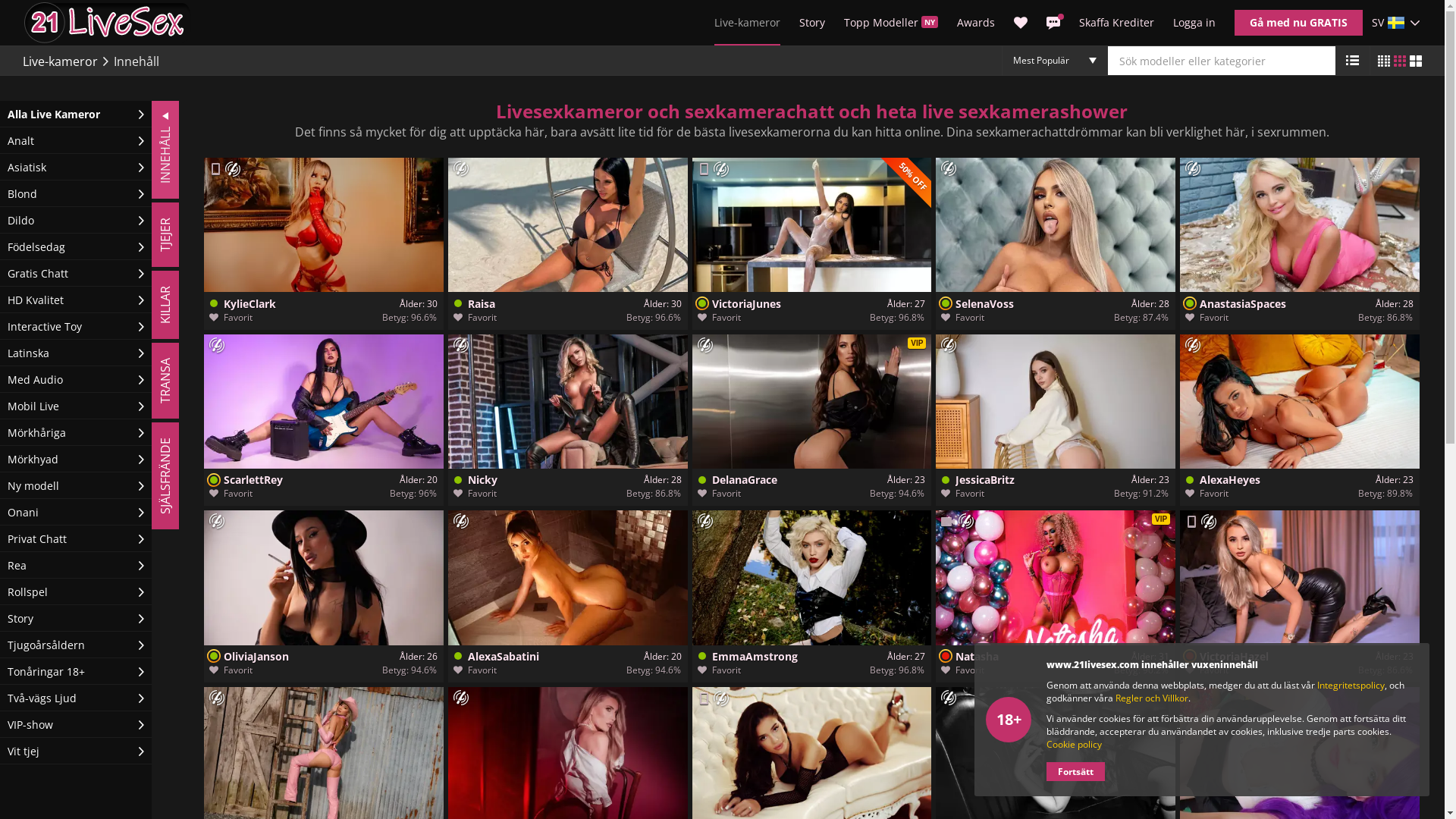 The height and width of the screenshot is (819, 1456). Describe the element at coordinates (1151, 698) in the screenshot. I see `'Regler och Villkor'` at that location.